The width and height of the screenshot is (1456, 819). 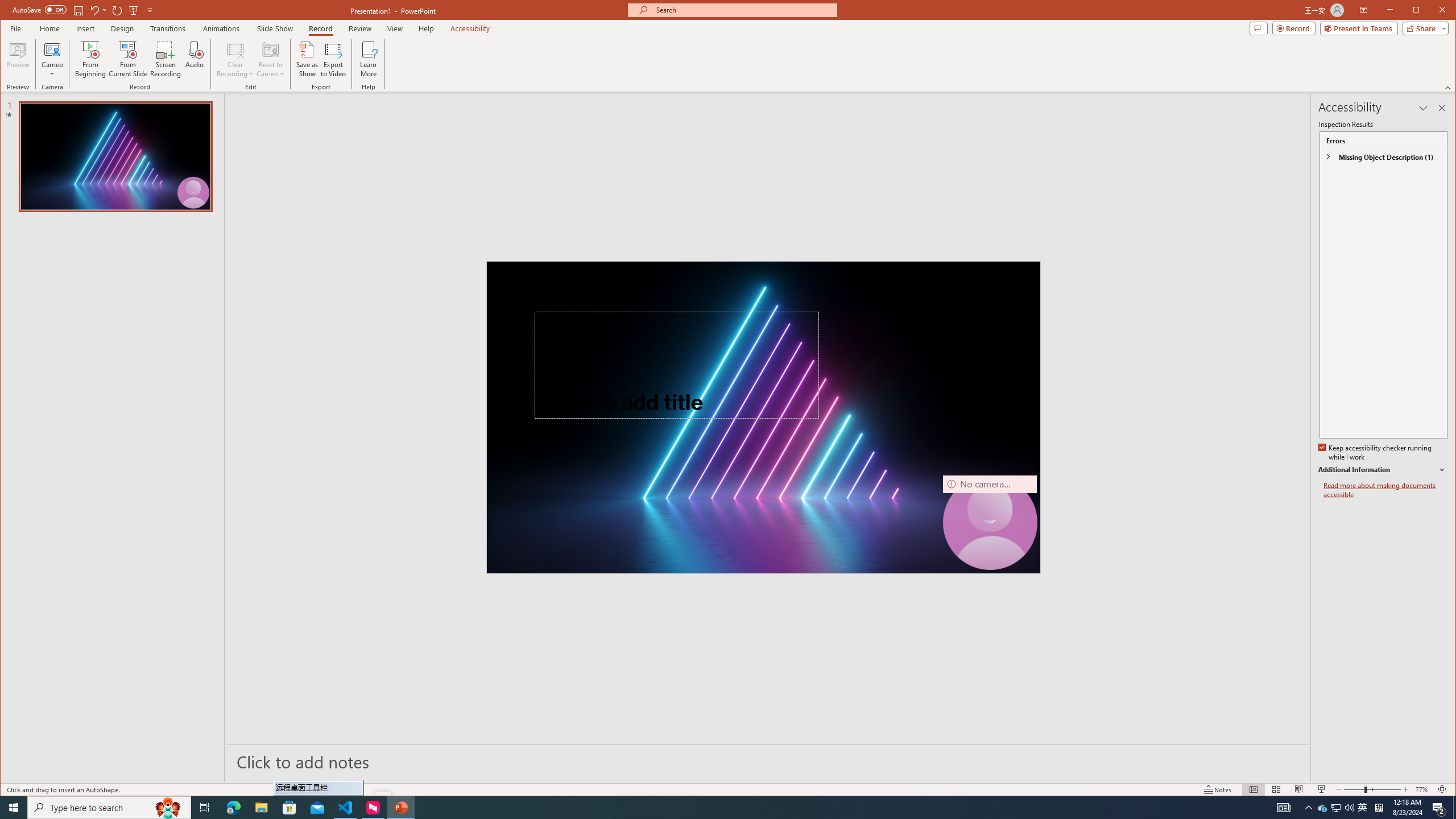 I want to click on 'Neon laser lights aligned to form a triangle', so click(x=763, y=416).